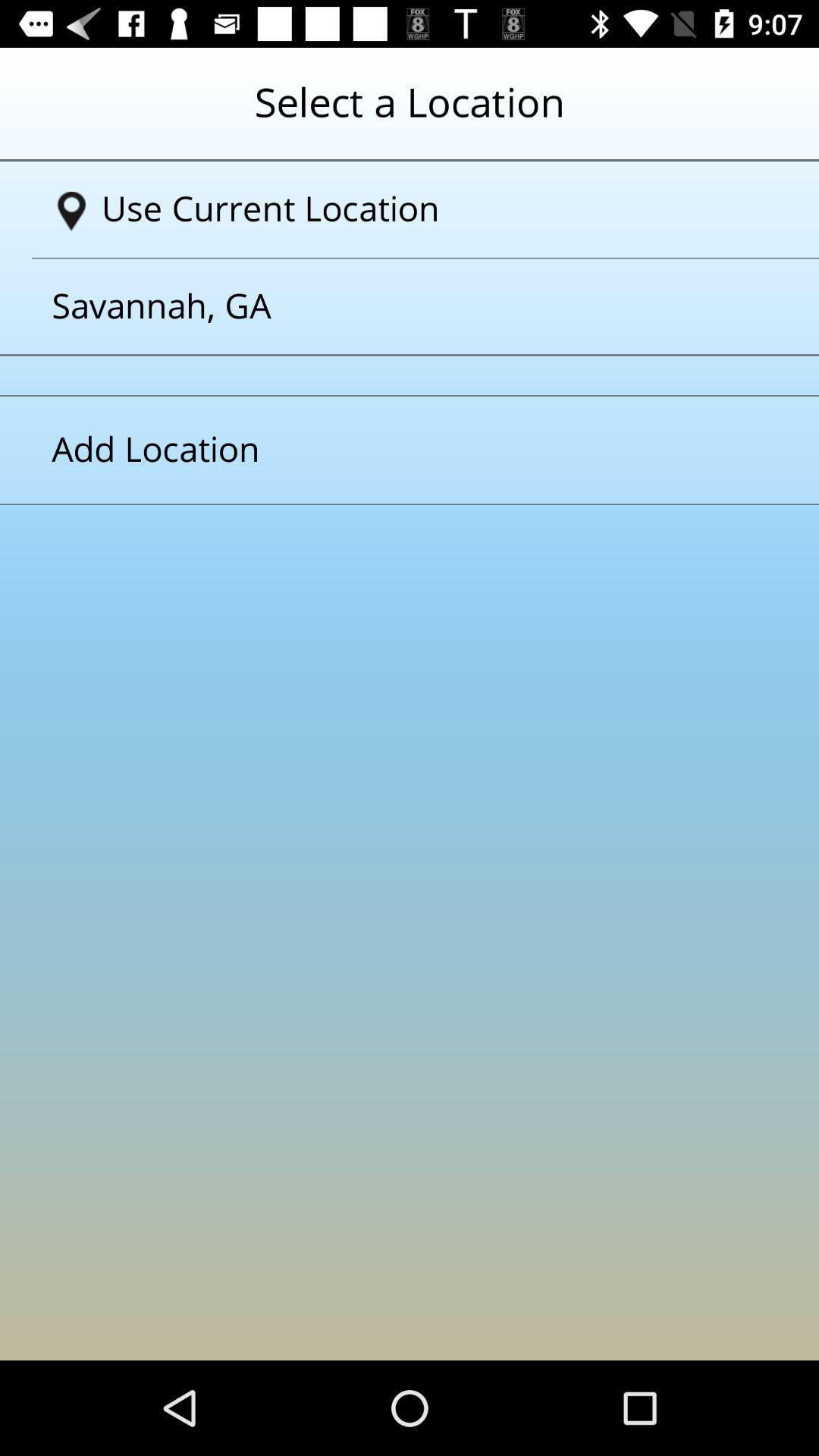 Image resolution: width=819 pixels, height=1456 pixels. Describe the element at coordinates (409, 113) in the screenshot. I see `heading of the page` at that location.